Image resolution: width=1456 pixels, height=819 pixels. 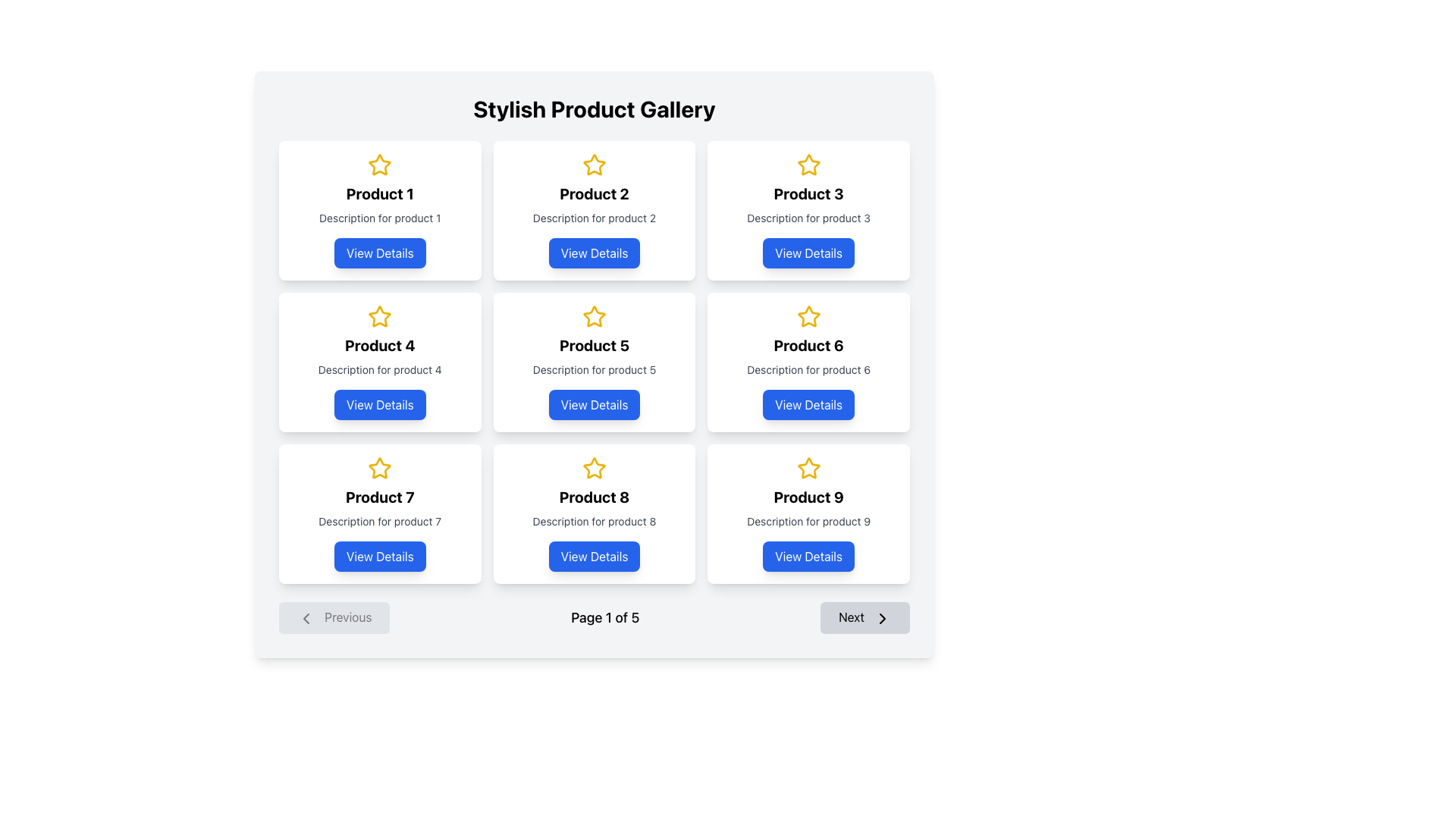 I want to click on the decorative star icon indicating the prominence or rating of 'Product 4', which is located at the top of the product card, so click(x=380, y=315).